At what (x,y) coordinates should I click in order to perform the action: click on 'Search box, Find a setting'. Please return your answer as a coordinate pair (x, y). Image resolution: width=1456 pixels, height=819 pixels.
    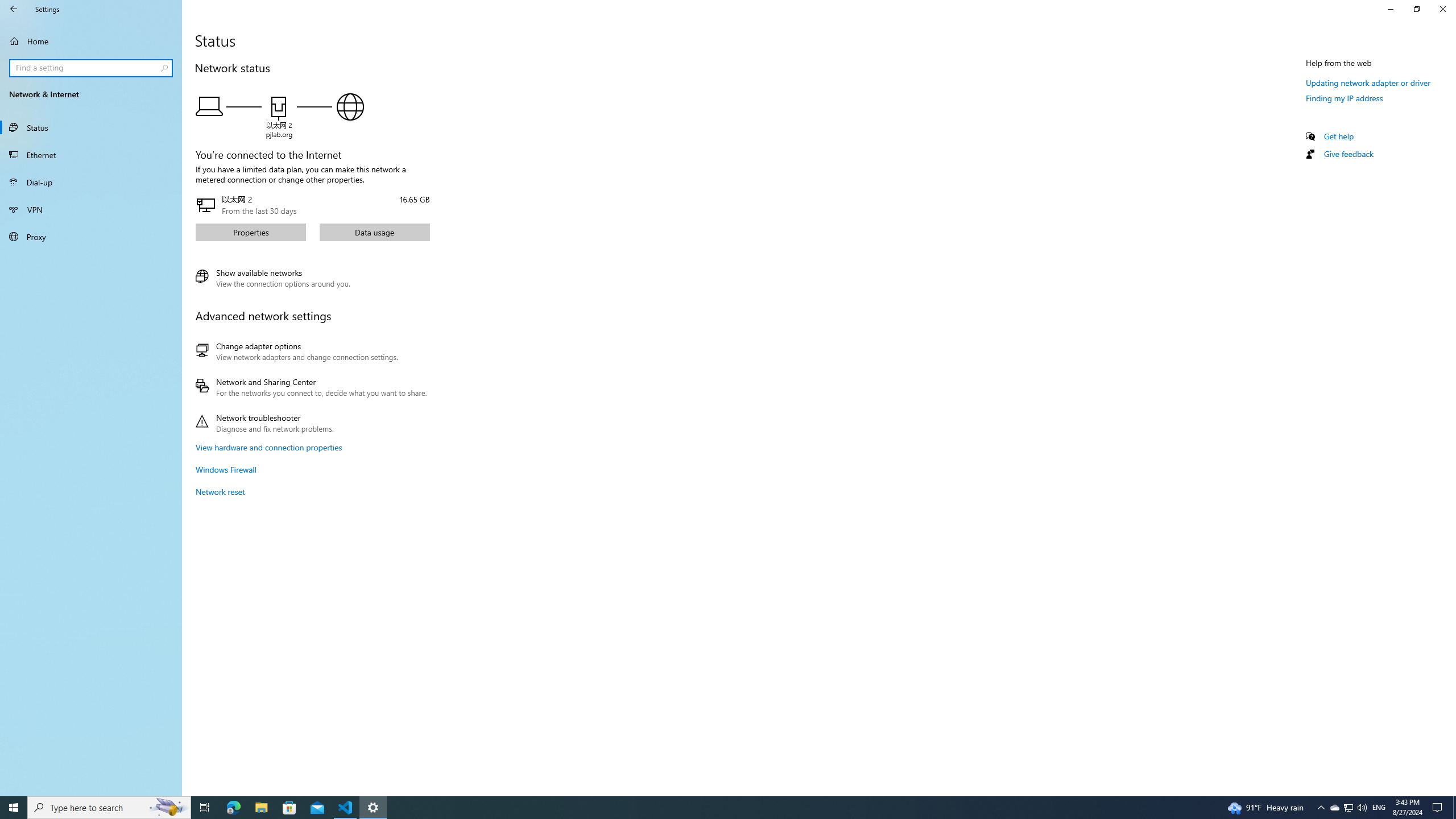
    Looking at the image, I should click on (91, 67).